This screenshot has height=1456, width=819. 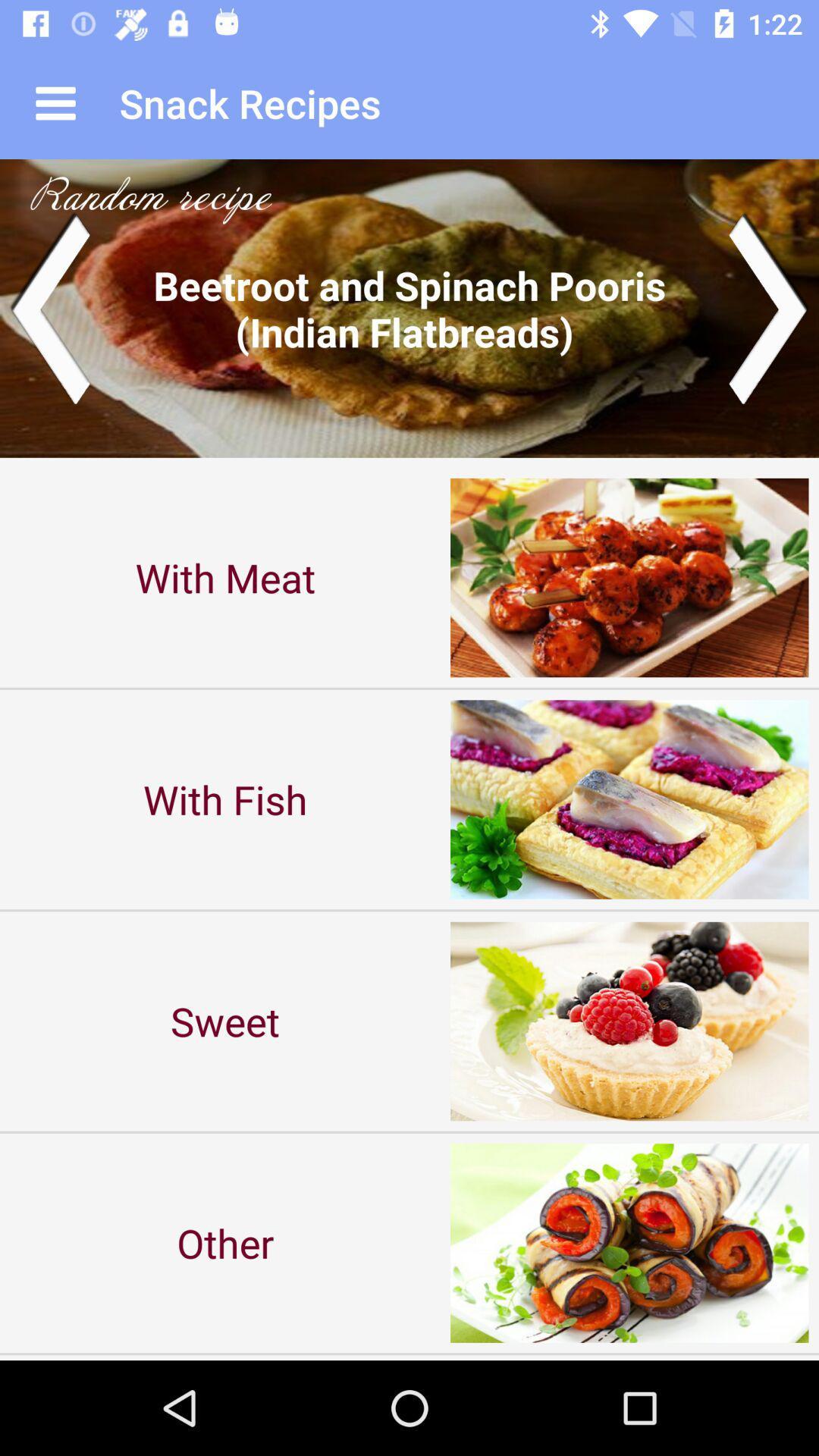 I want to click on app to the left of the snack recipes app, so click(x=55, y=102).